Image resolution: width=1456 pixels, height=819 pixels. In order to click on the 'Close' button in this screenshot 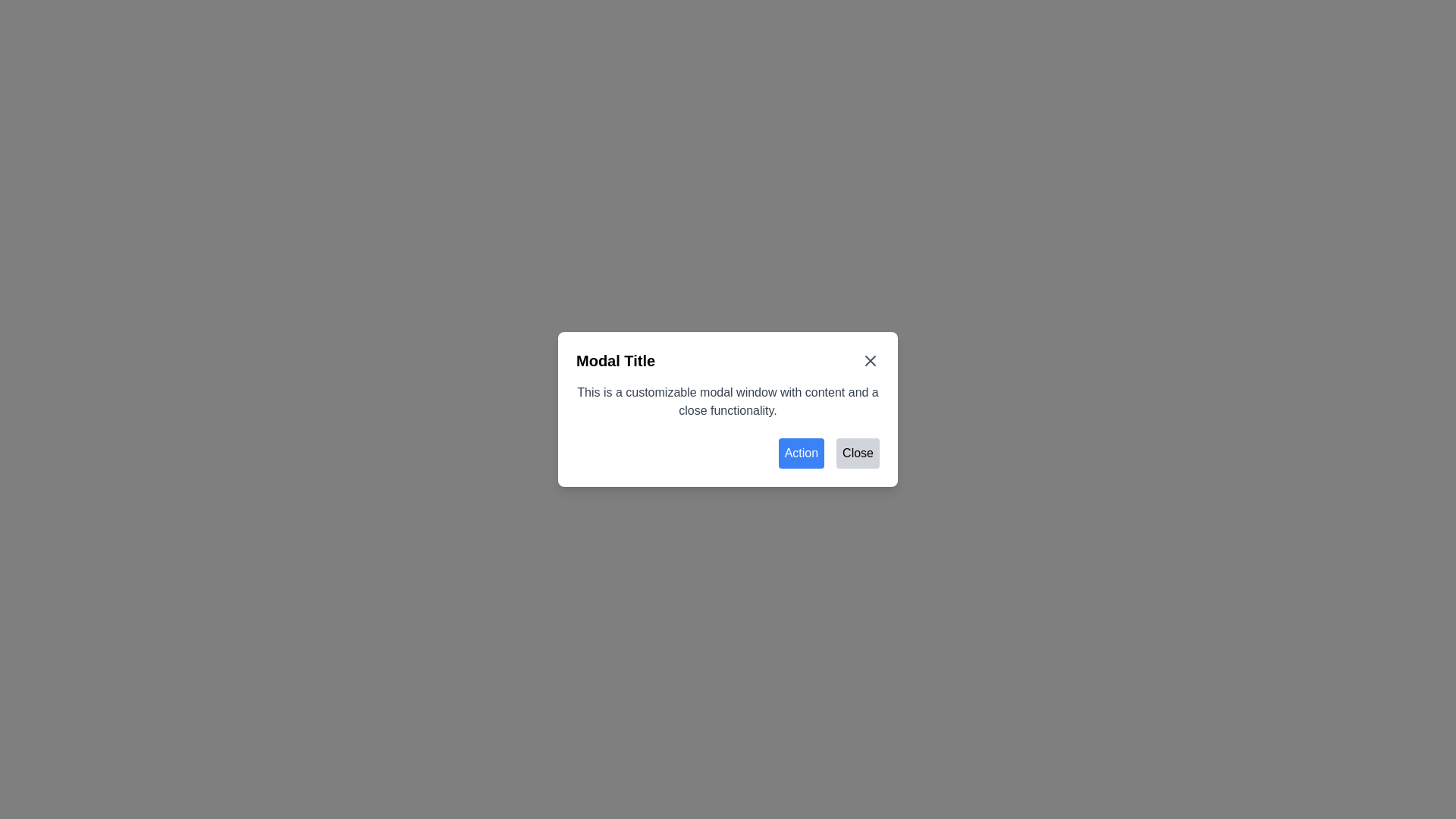, I will do `click(858, 452)`.